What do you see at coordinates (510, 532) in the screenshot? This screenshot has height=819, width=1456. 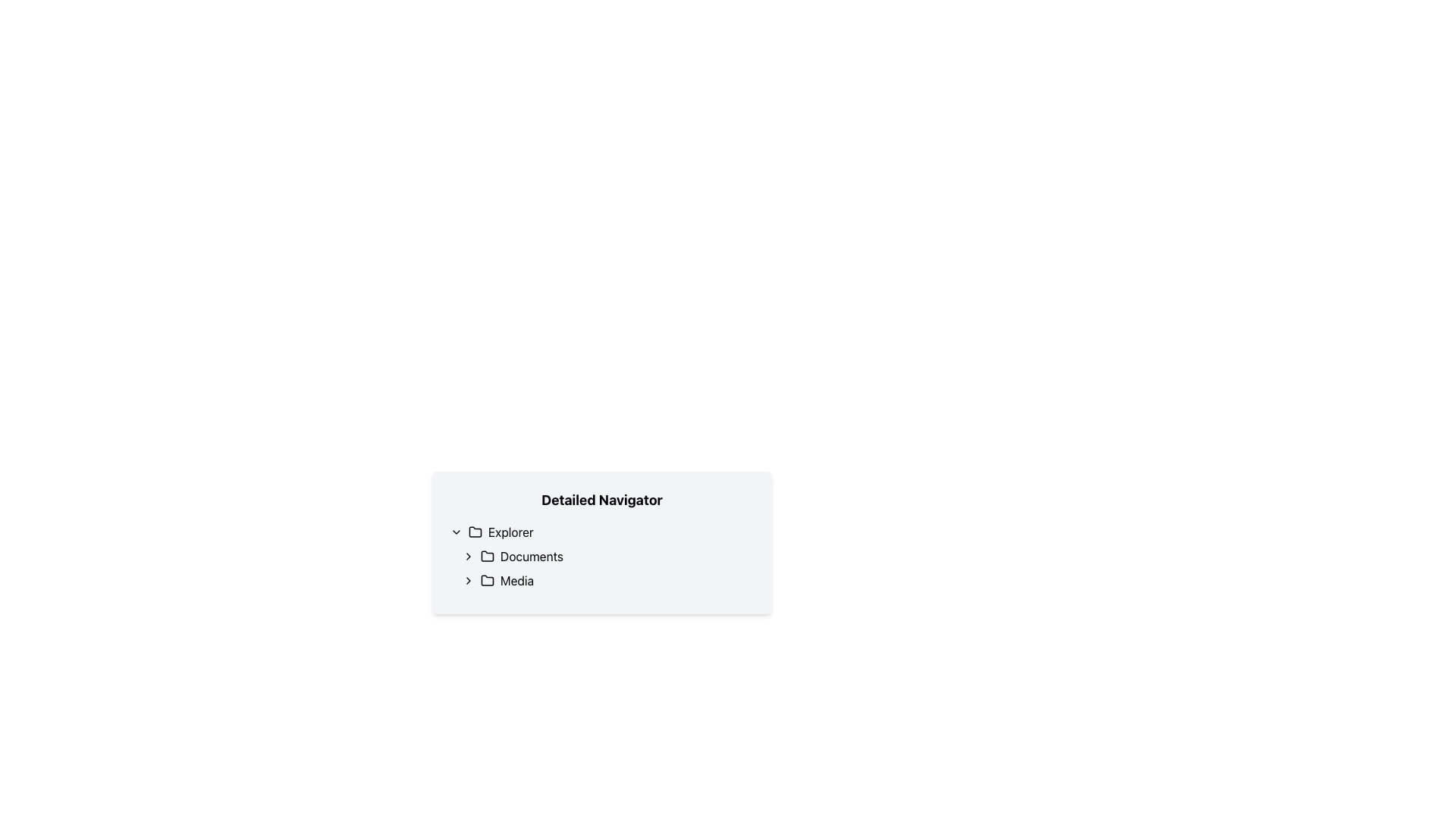 I see `the 'Explorer' text in the hierarchical navigation panel` at bounding box center [510, 532].